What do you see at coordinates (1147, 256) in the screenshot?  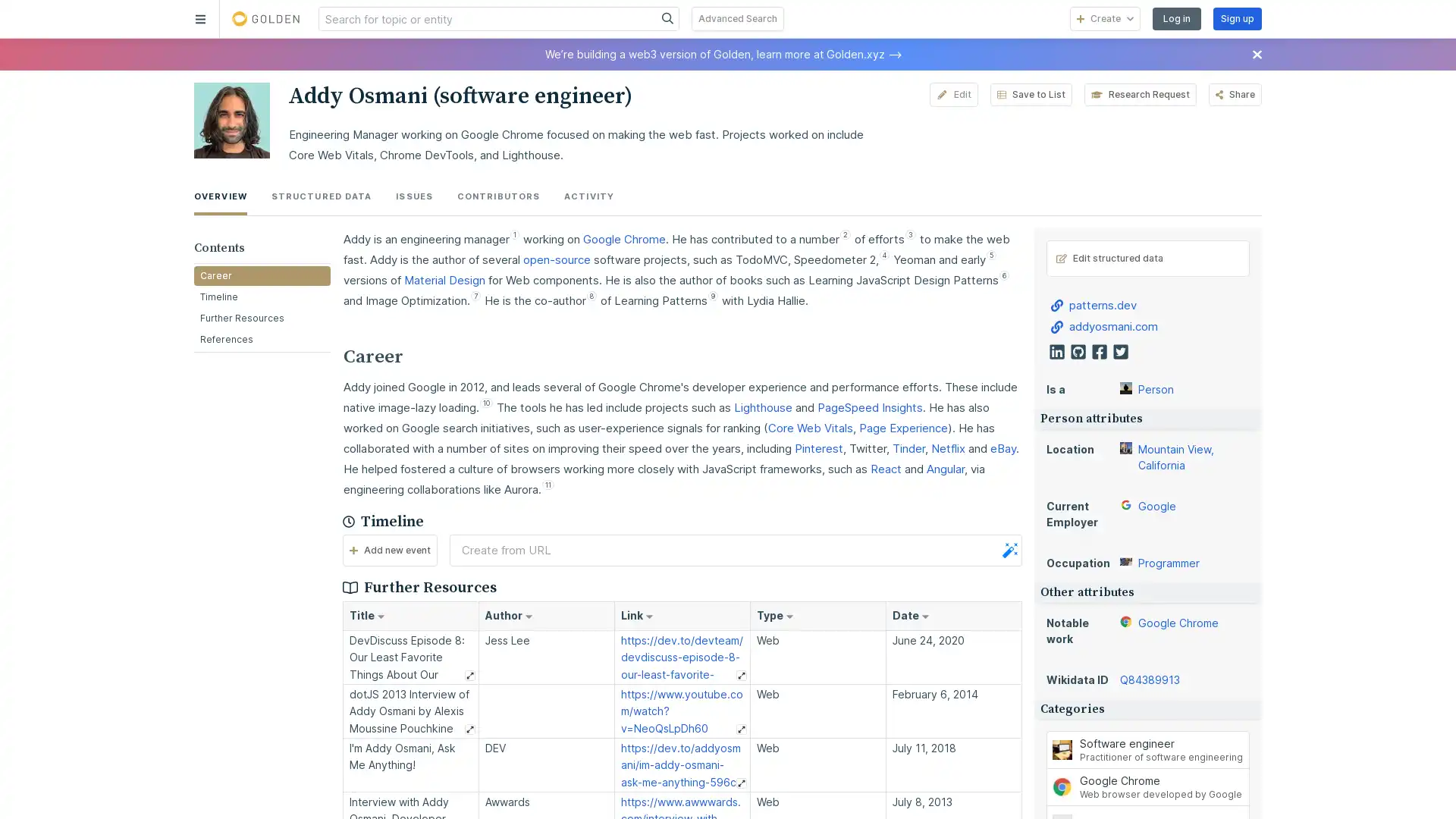 I see `Edit structured data` at bounding box center [1147, 256].